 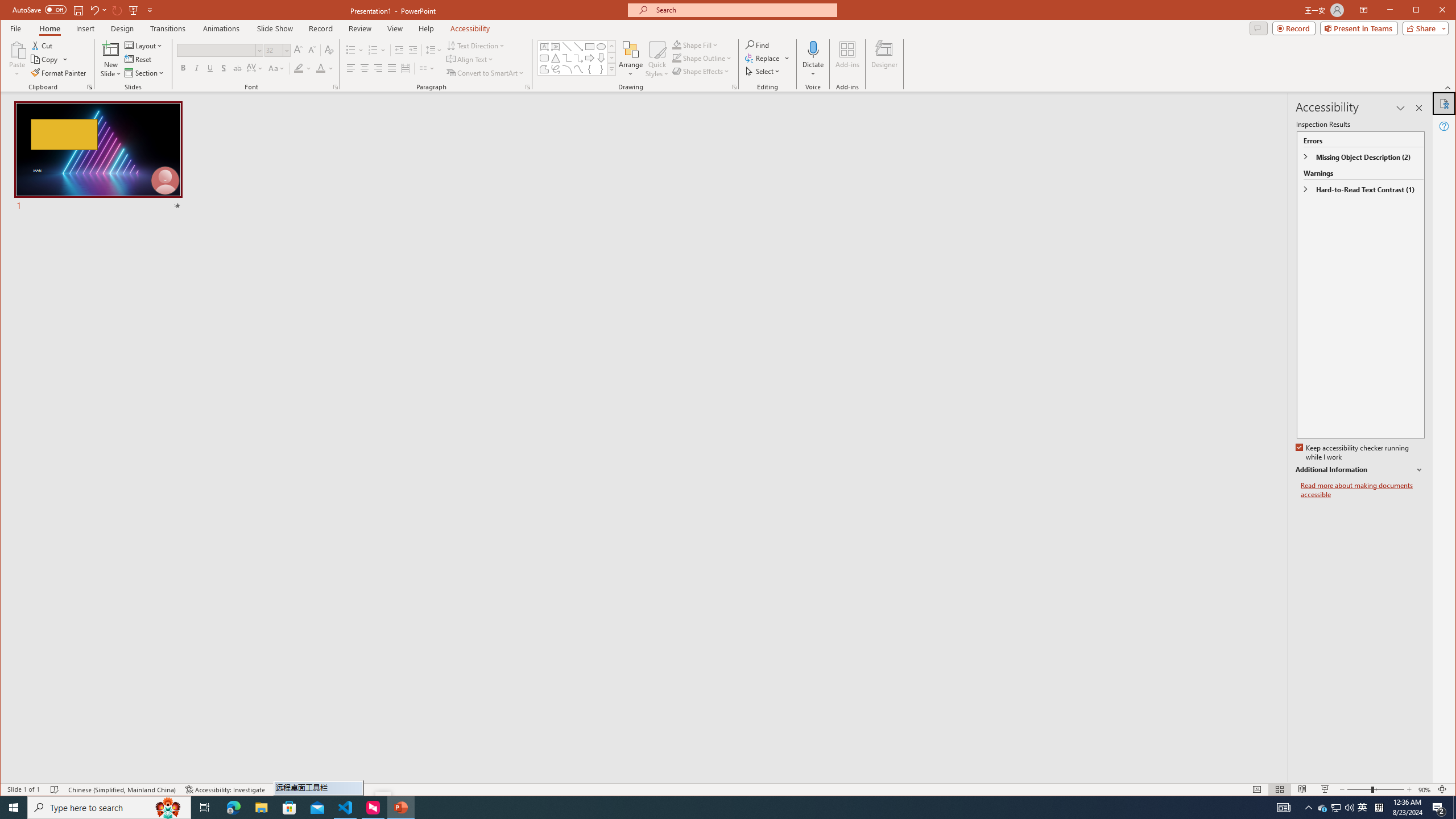 I want to click on 'Bullets', so click(x=350, y=49).